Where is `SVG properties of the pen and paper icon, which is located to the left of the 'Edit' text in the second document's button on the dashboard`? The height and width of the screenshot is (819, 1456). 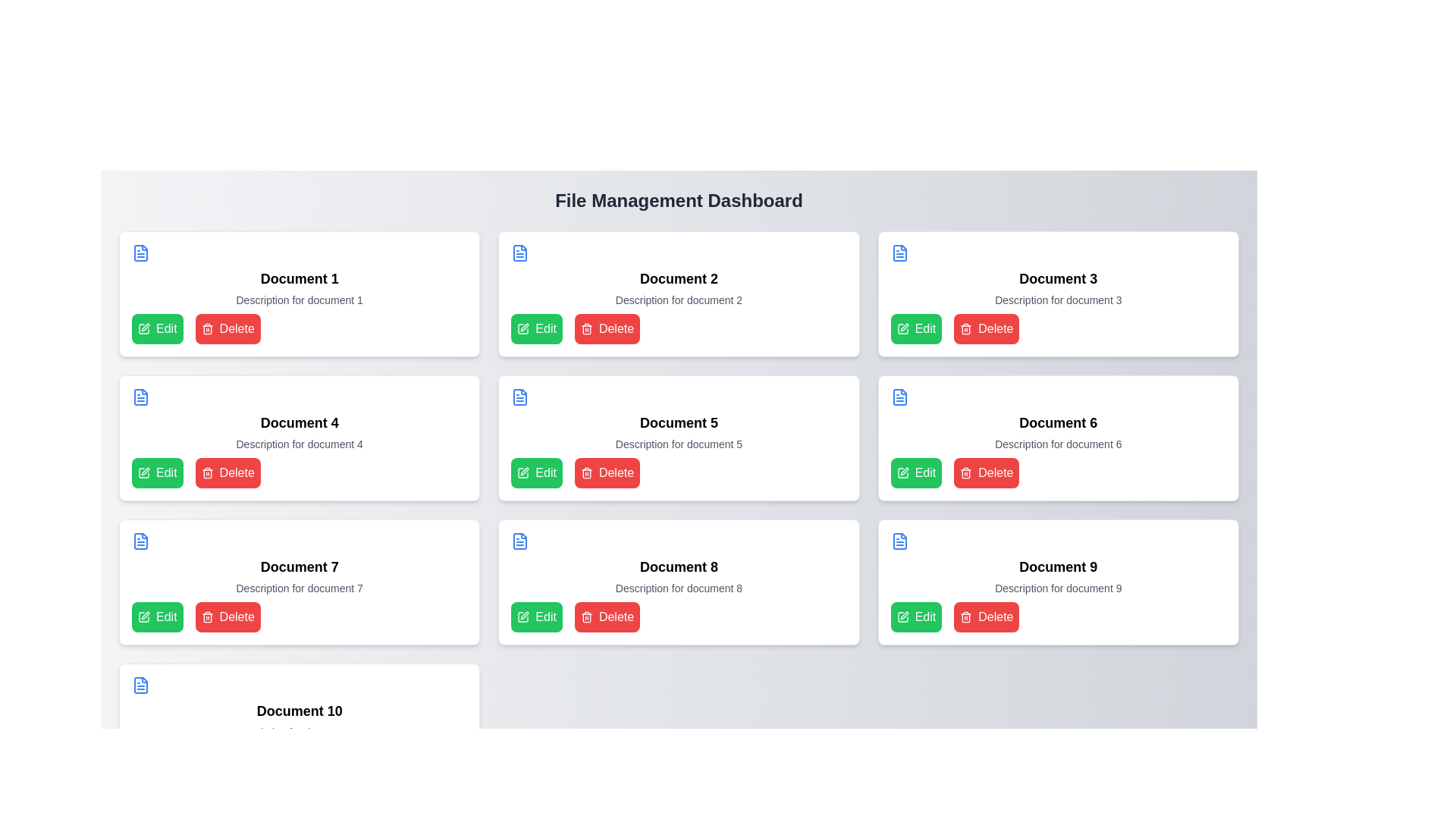 SVG properties of the pen and paper icon, which is located to the left of the 'Edit' text in the second document's button on the dashboard is located at coordinates (523, 472).